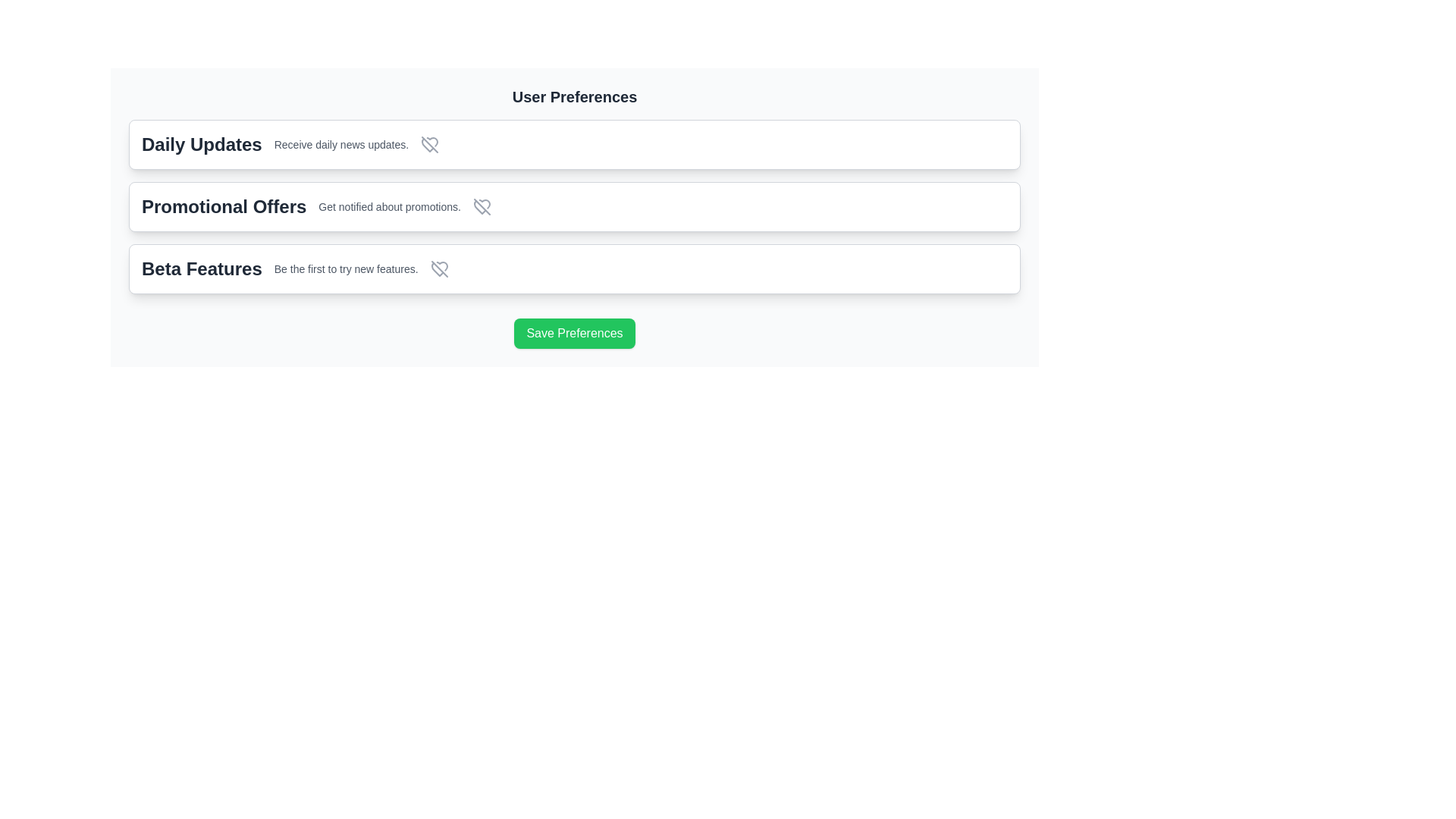 The image size is (1456, 819). What do you see at coordinates (574, 332) in the screenshot?
I see `the distinct green save button located below the preference options to observe its color change effect` at bounding box center [574, 332].